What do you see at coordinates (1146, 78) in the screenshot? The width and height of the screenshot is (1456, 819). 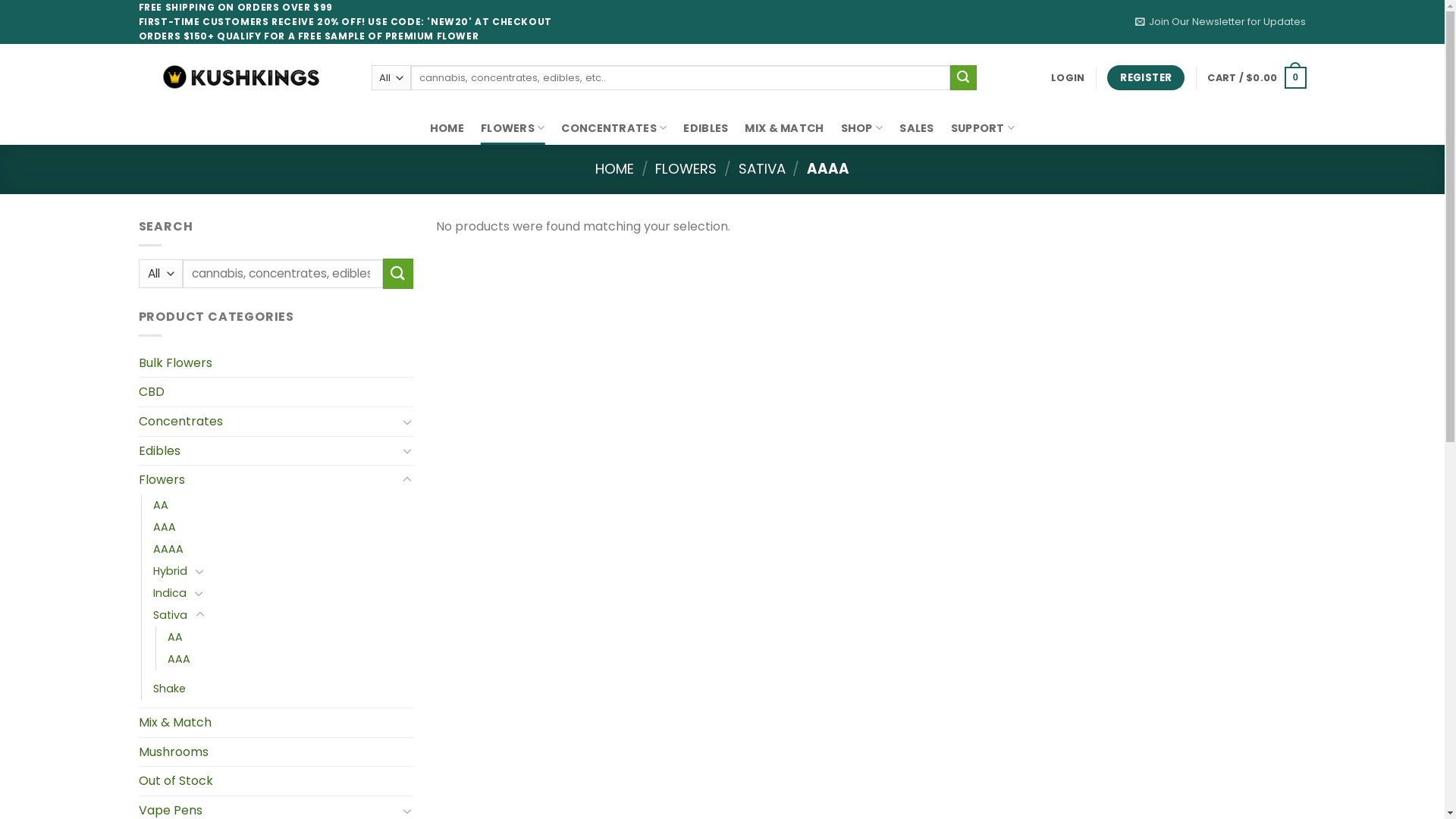 I see `'REGISTER'` at bounding box center [1146, 78].